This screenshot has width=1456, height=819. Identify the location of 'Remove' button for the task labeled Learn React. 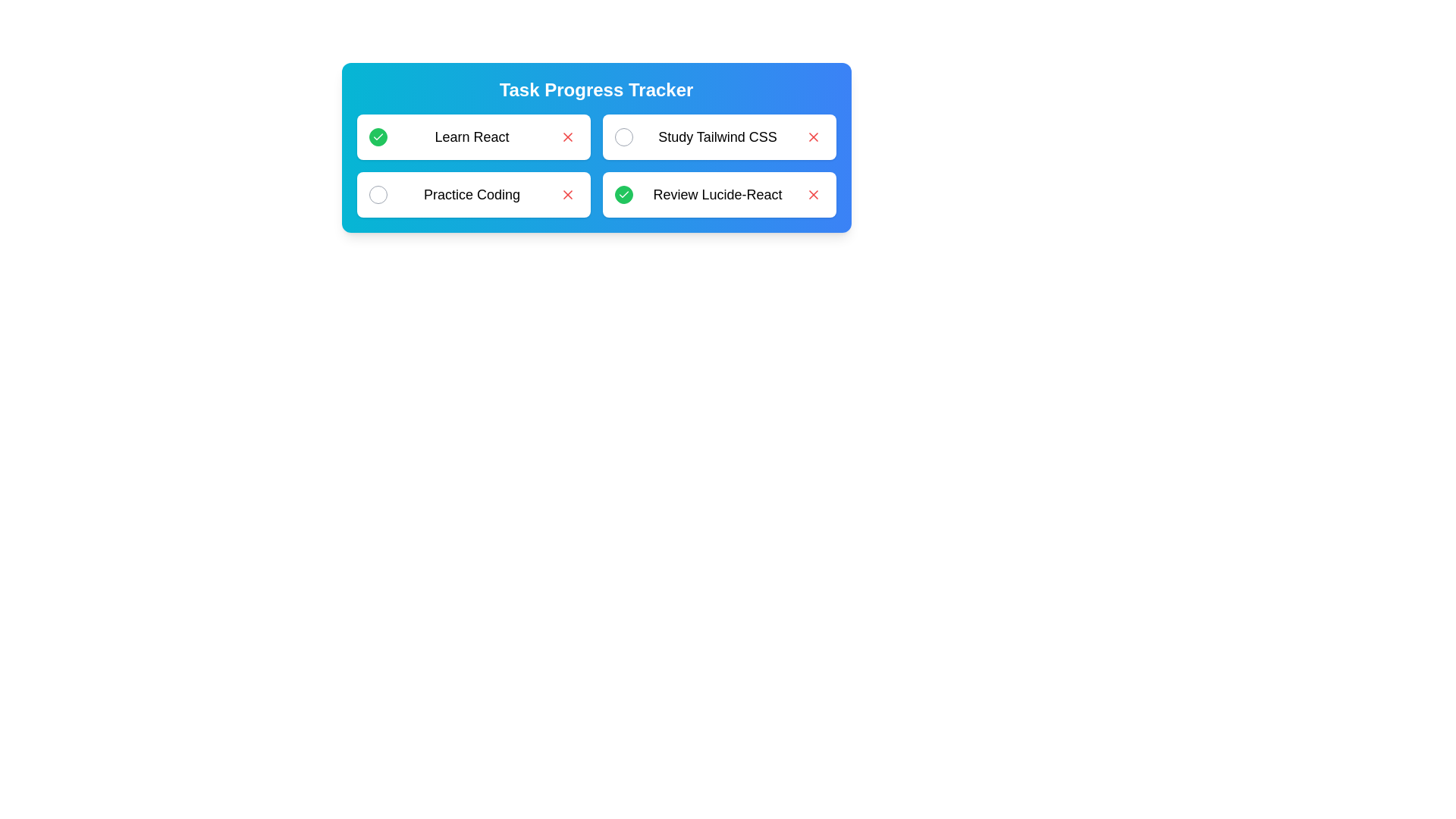
(566, 137).